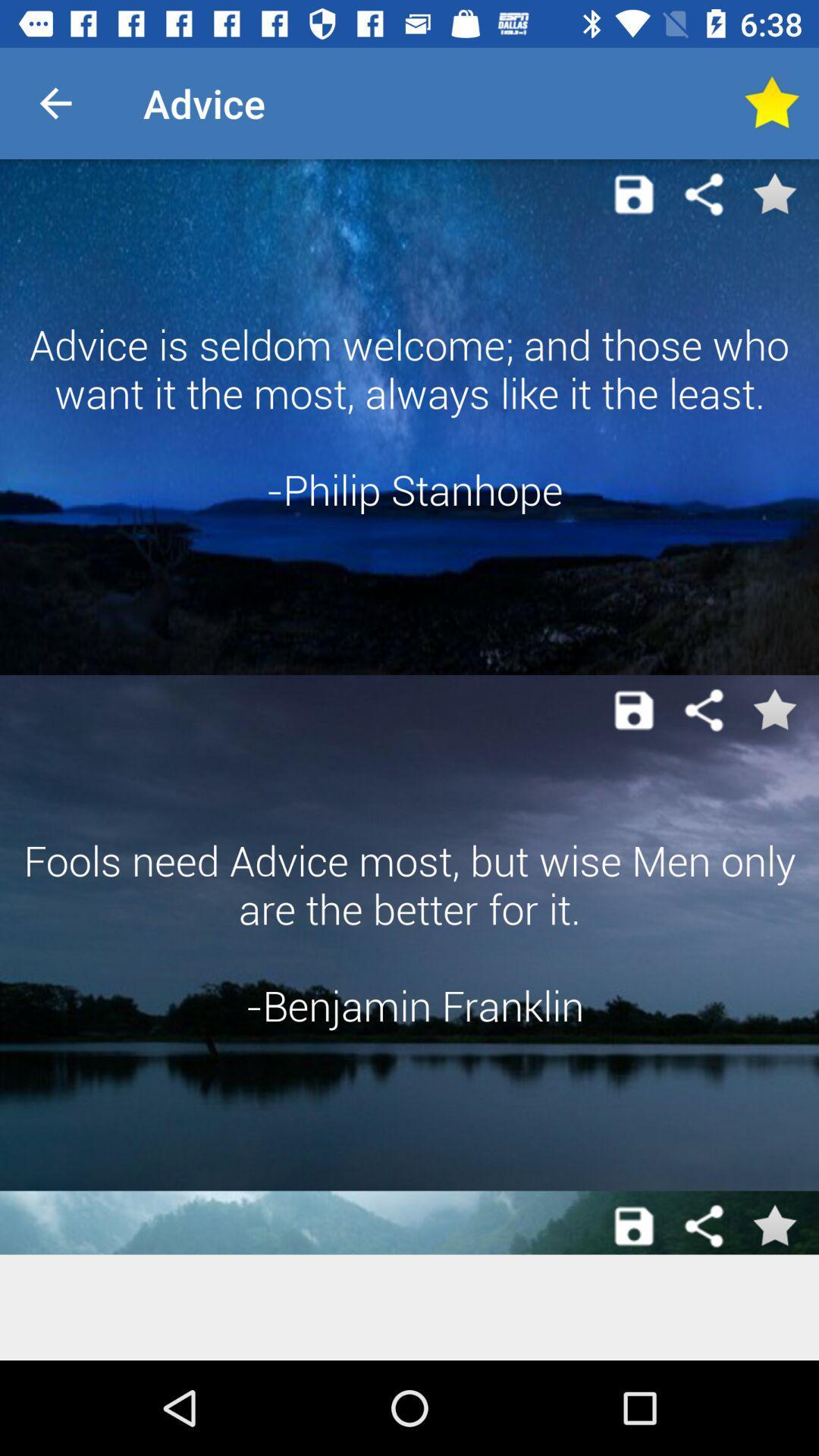  Describe the element at coordinates (704, 709) in the screenshot. I see `share the article` at that location.